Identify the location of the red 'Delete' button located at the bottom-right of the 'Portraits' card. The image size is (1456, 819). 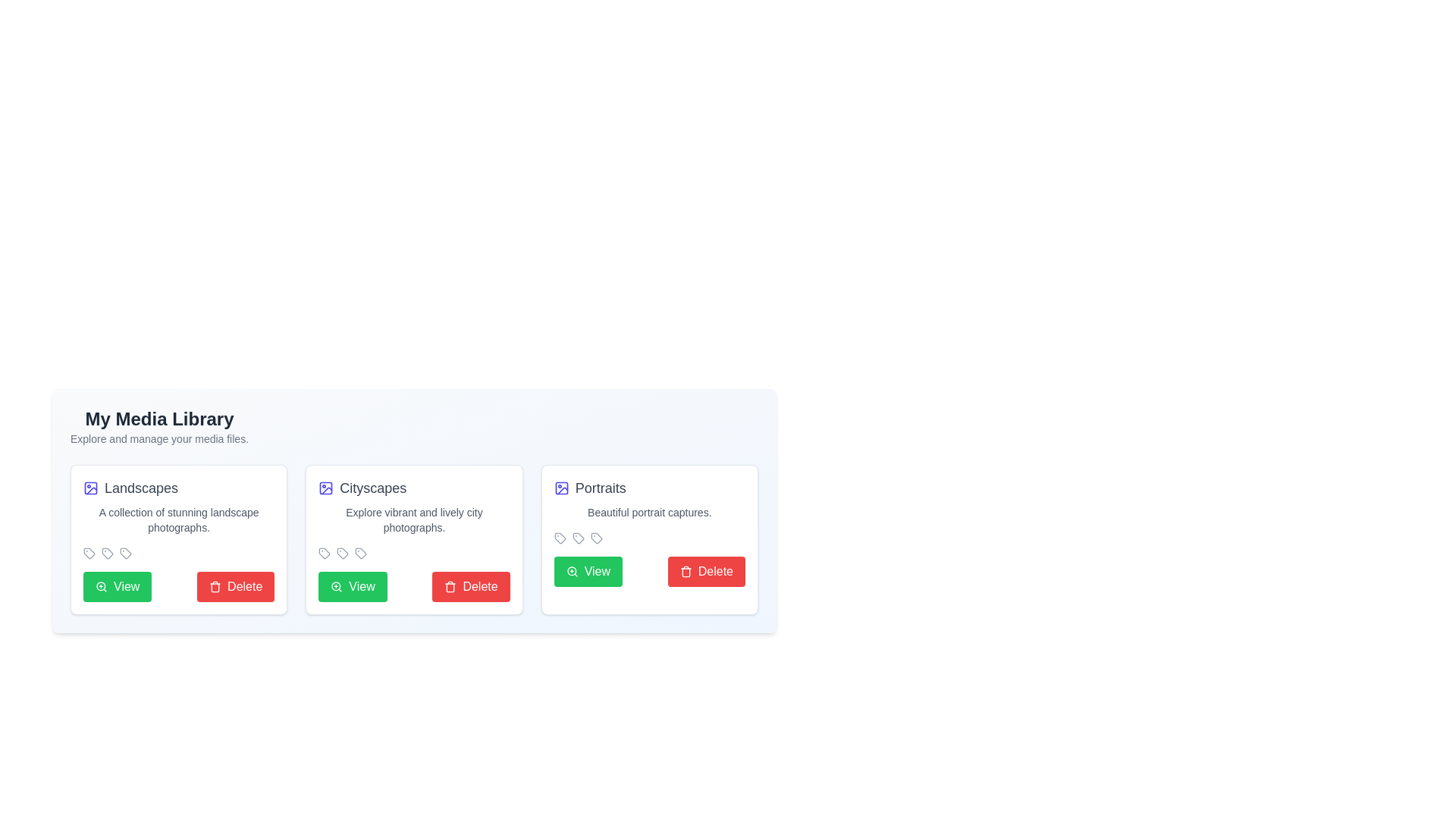
(714, 571).